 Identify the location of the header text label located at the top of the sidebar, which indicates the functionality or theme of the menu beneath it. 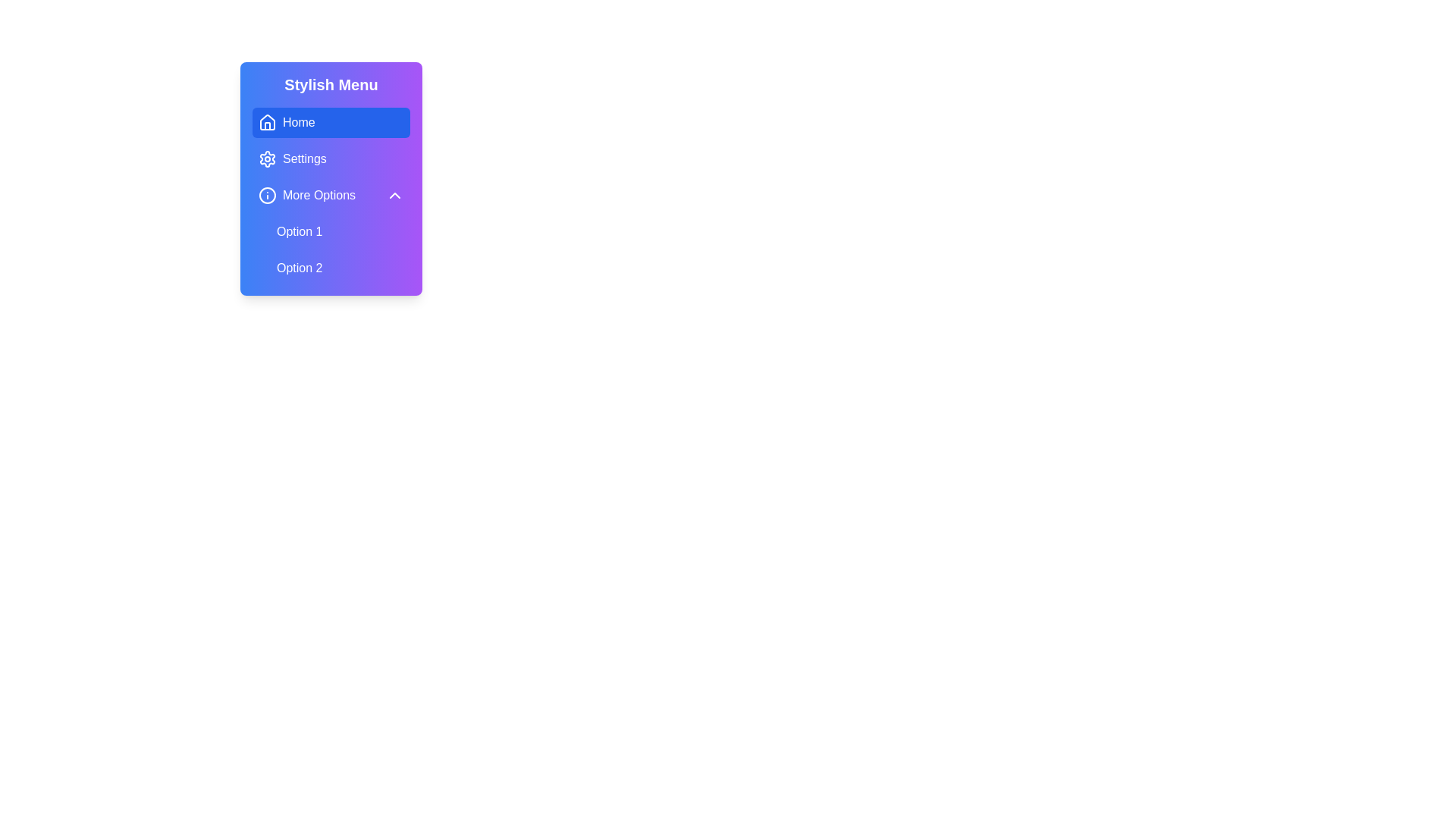
(330, 84).